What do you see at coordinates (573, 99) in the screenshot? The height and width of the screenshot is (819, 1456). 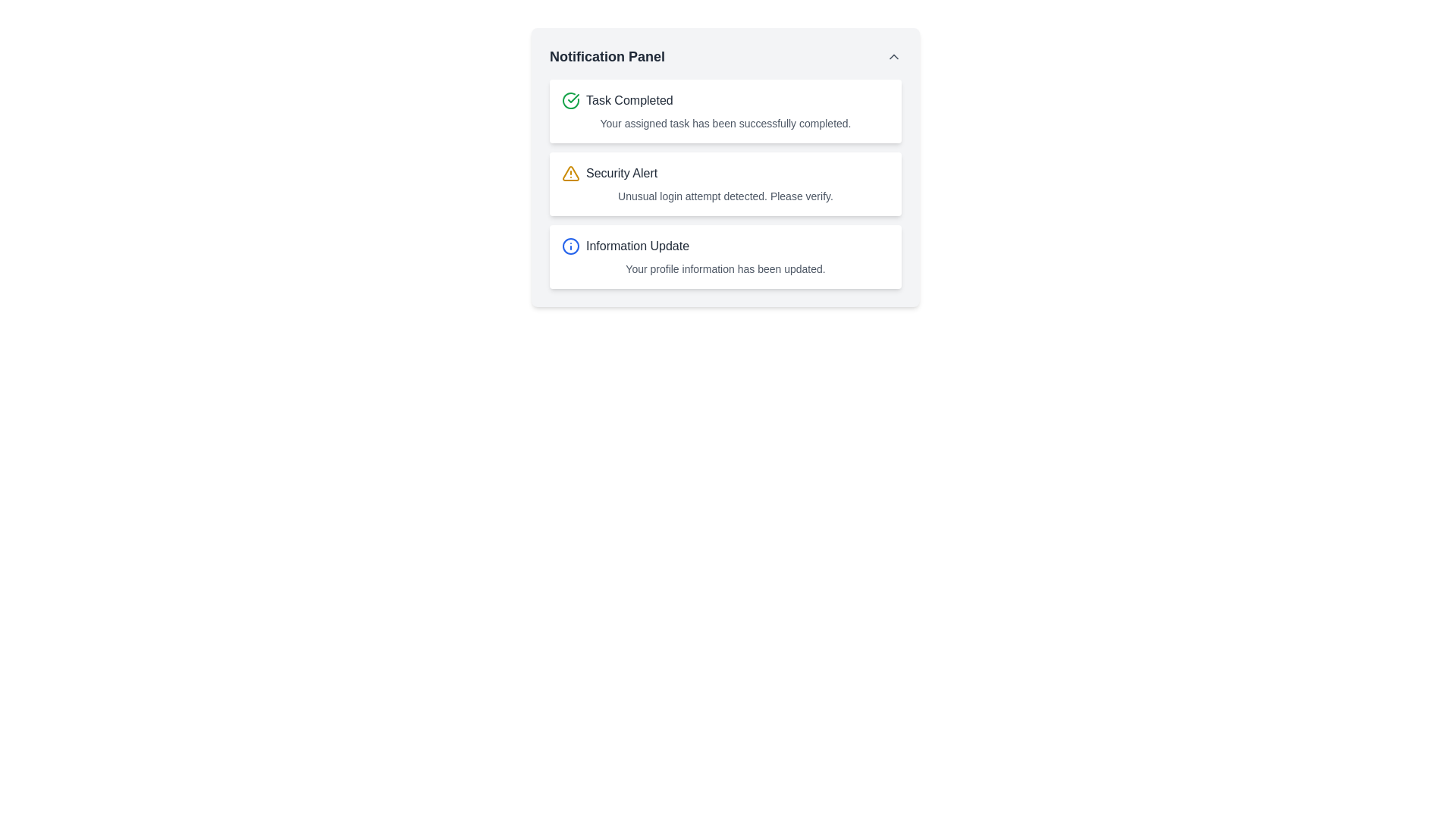 I see `the green checkmark symbol in the SVG graphic, which signifies successful completion, located to the left of the 'Task Completed' text within the notification card` at bounding box center [573, 99].